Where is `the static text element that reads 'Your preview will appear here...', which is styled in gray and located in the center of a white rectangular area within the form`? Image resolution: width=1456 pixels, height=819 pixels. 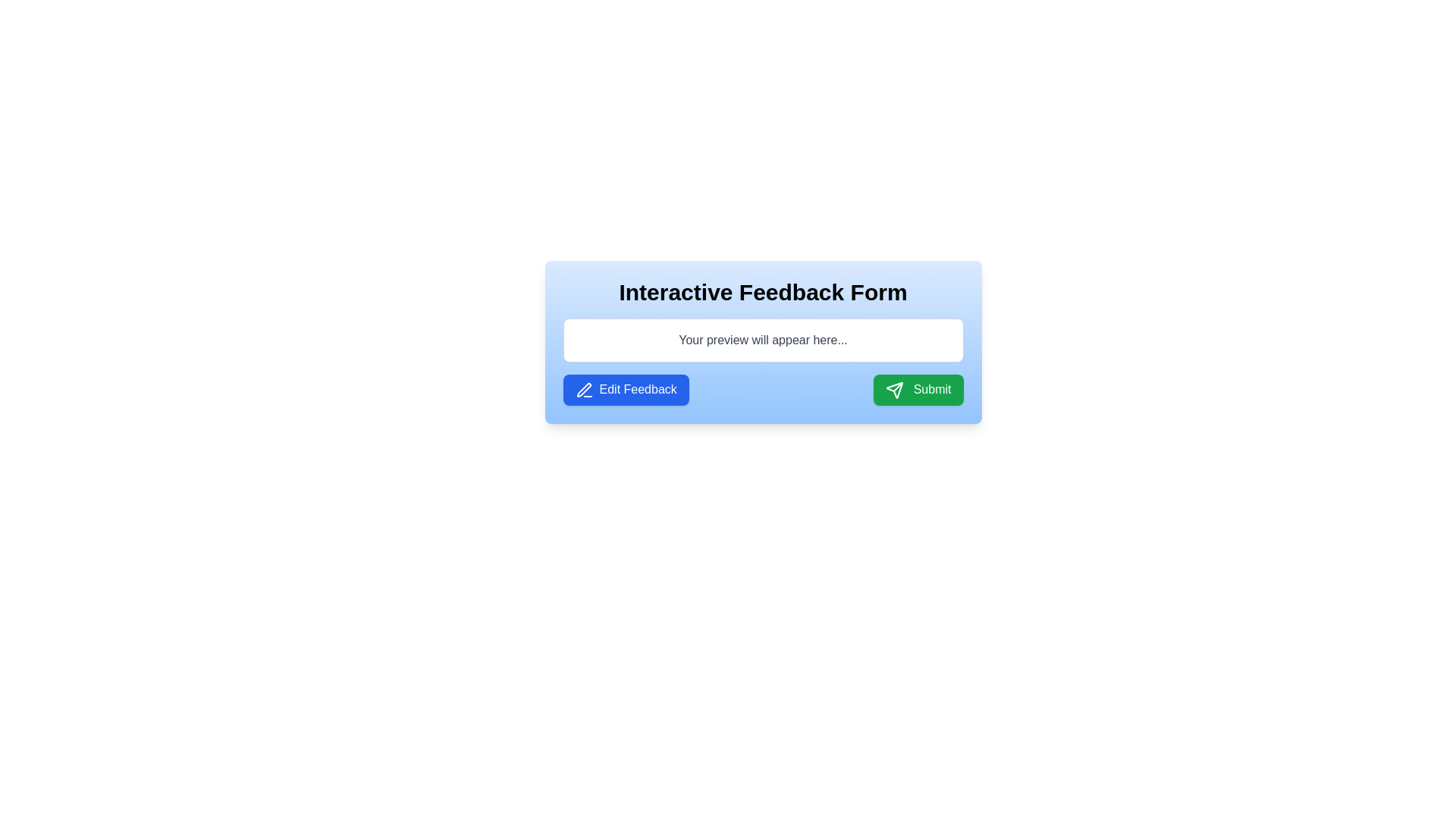
the static text element that reads 'Your preview will appear here...', which is styled in gray and located in the center of a white rectangular area within the form is located at coordinates (763, 339).